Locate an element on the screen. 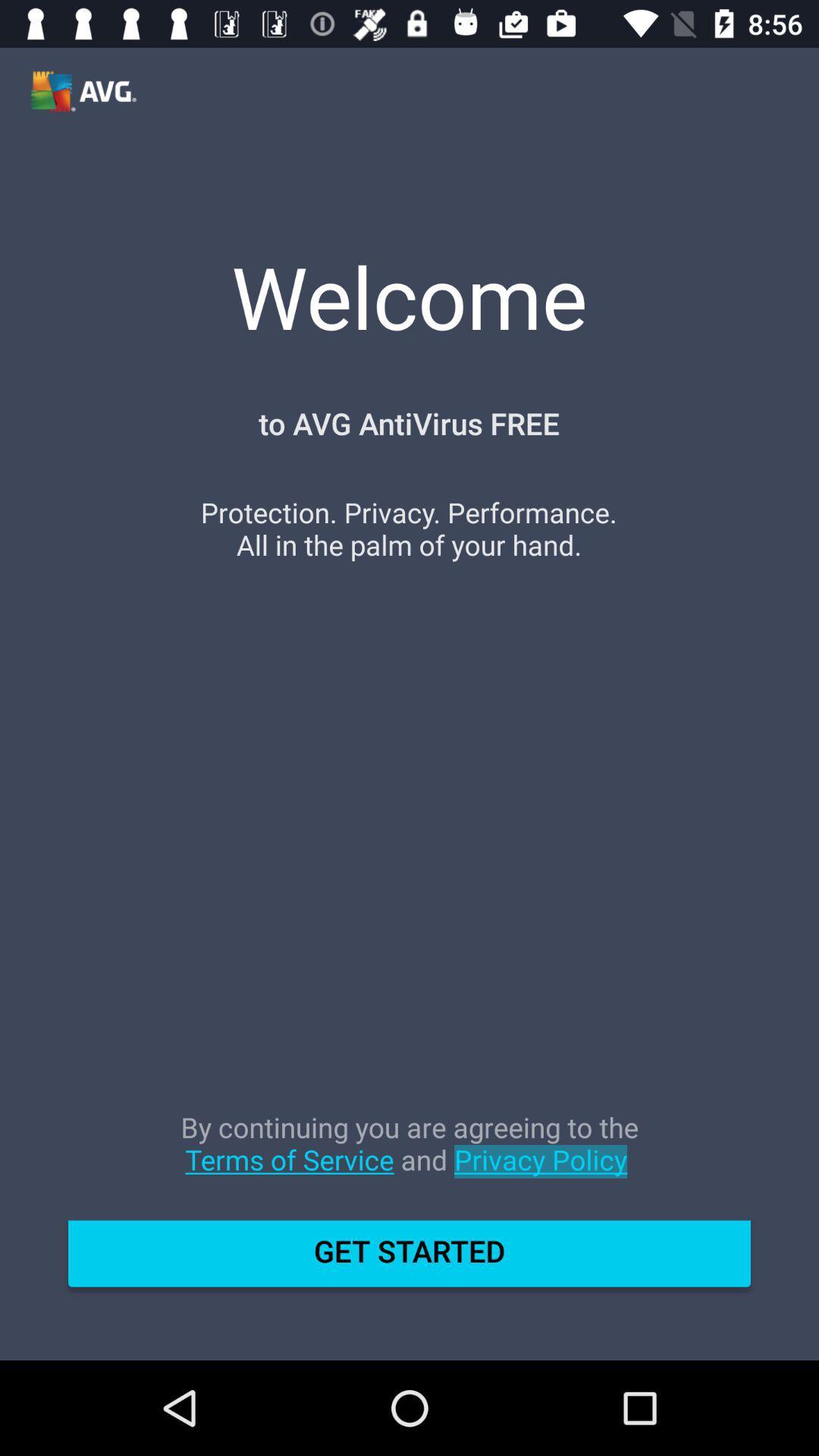  the item below the by continuing you icon is located at coordinates (409, 1260).